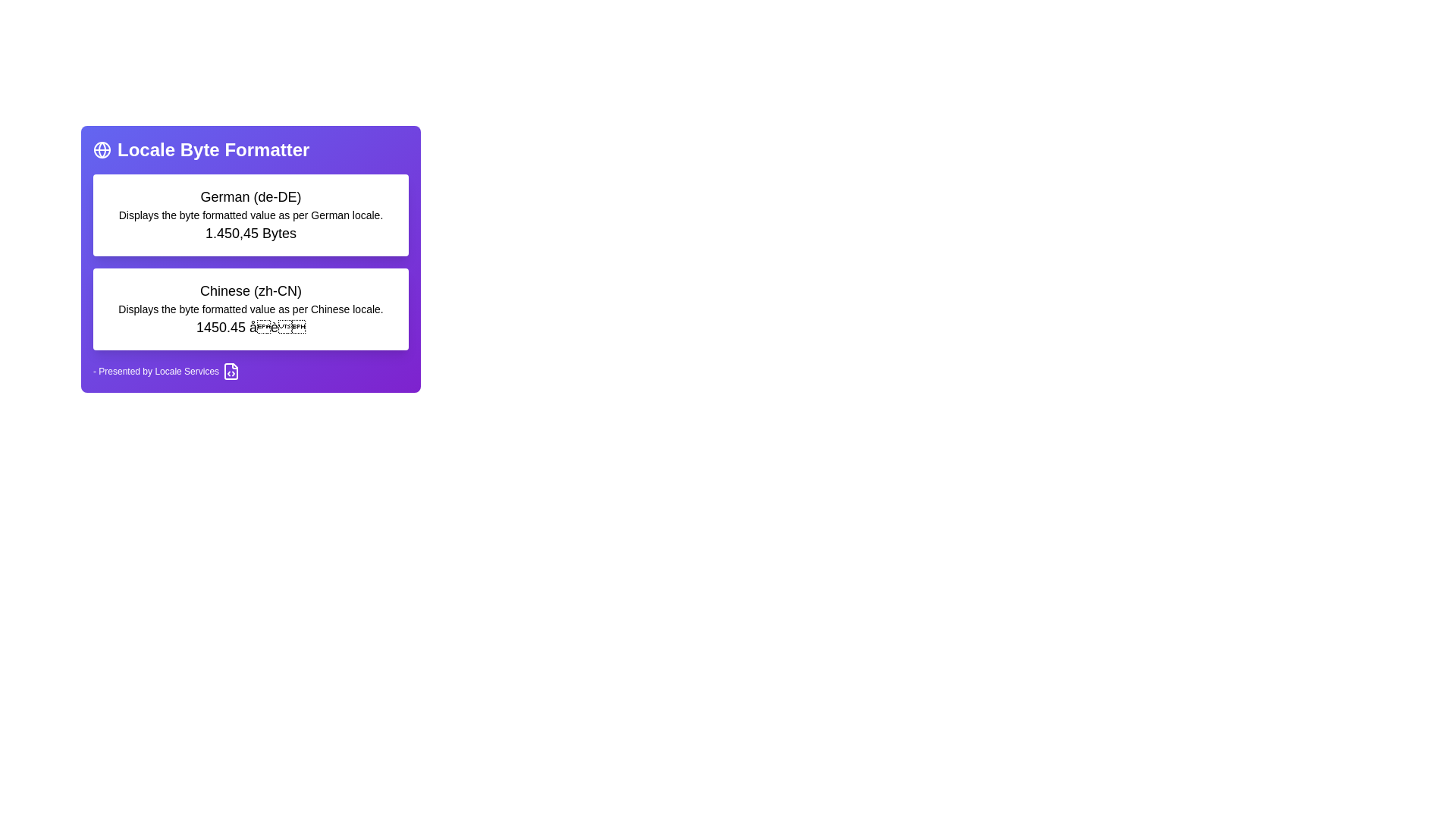  I want to click on the circular SVG graphic element with a thin border, located in the top-left corner above the title text 'Locale Byte Formatter', so click(101, 149).